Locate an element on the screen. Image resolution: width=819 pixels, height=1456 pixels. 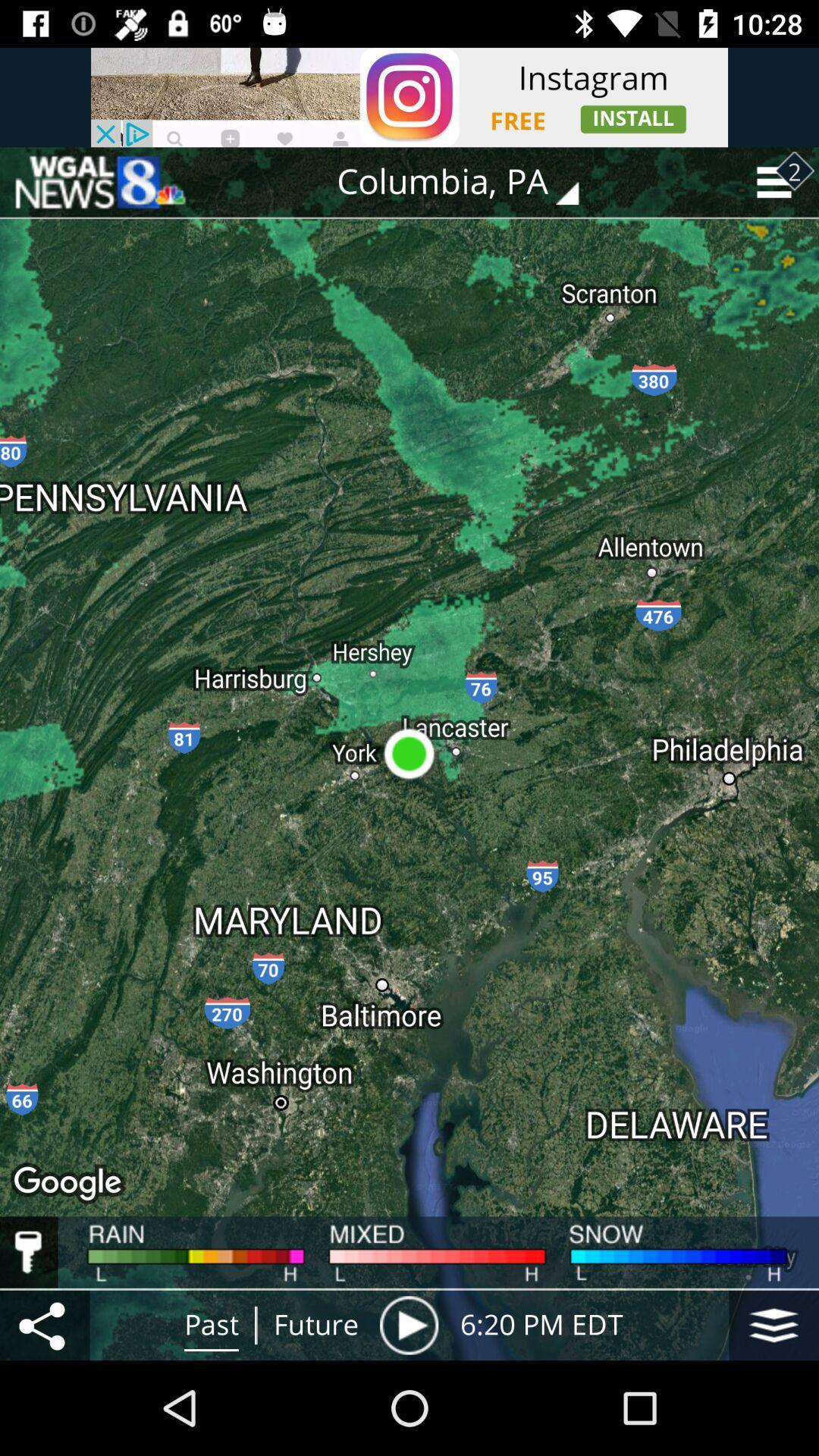
item to the left of the 6 20 pm item is located at coordinates (408, 1324).